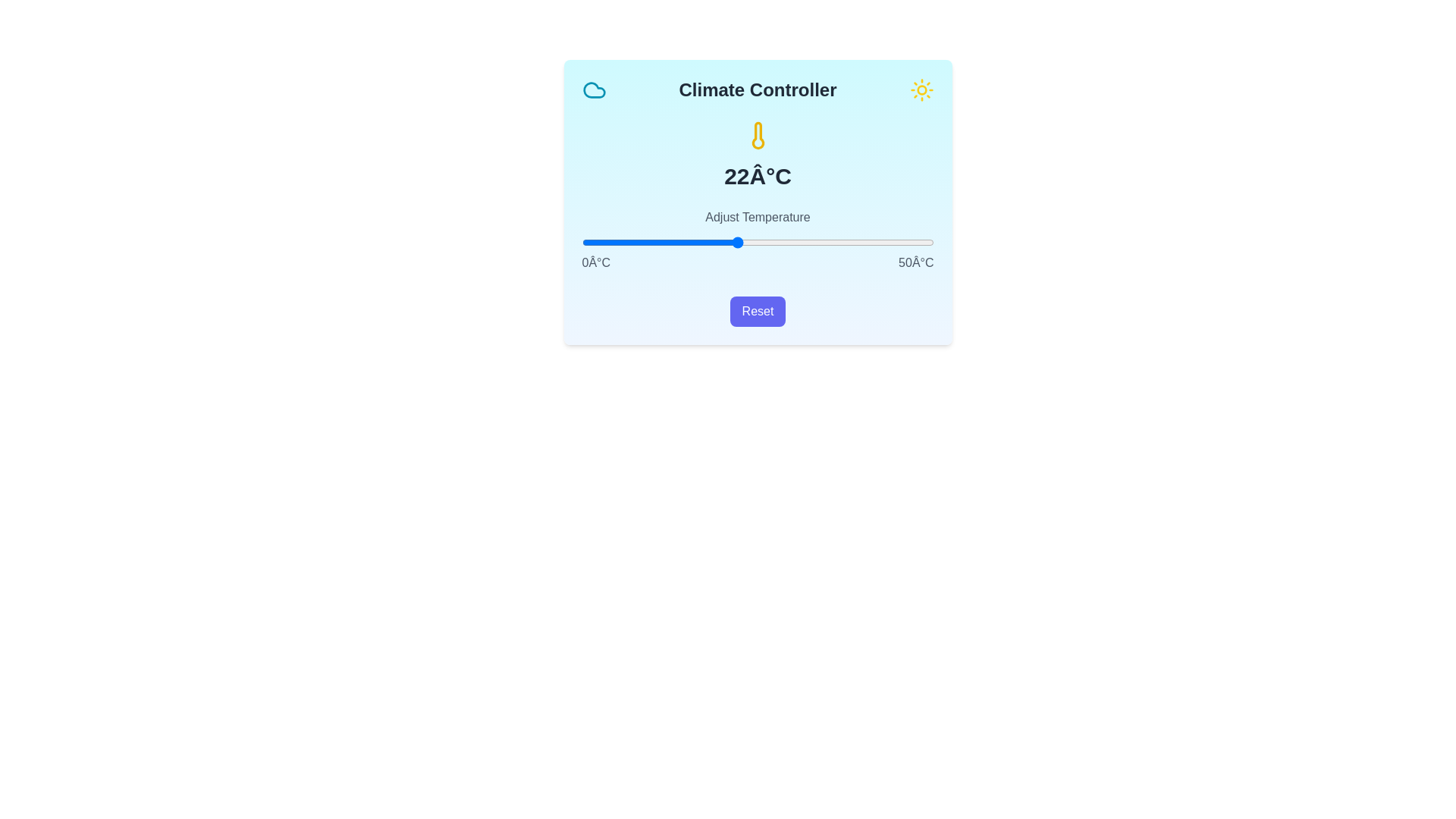 This screenshot has width=1456, height=819. What do you see at coordinates (834, 242) in the screenshot?
I see `the temperature to 36°C using the slider` at bounding box center [834, 242].